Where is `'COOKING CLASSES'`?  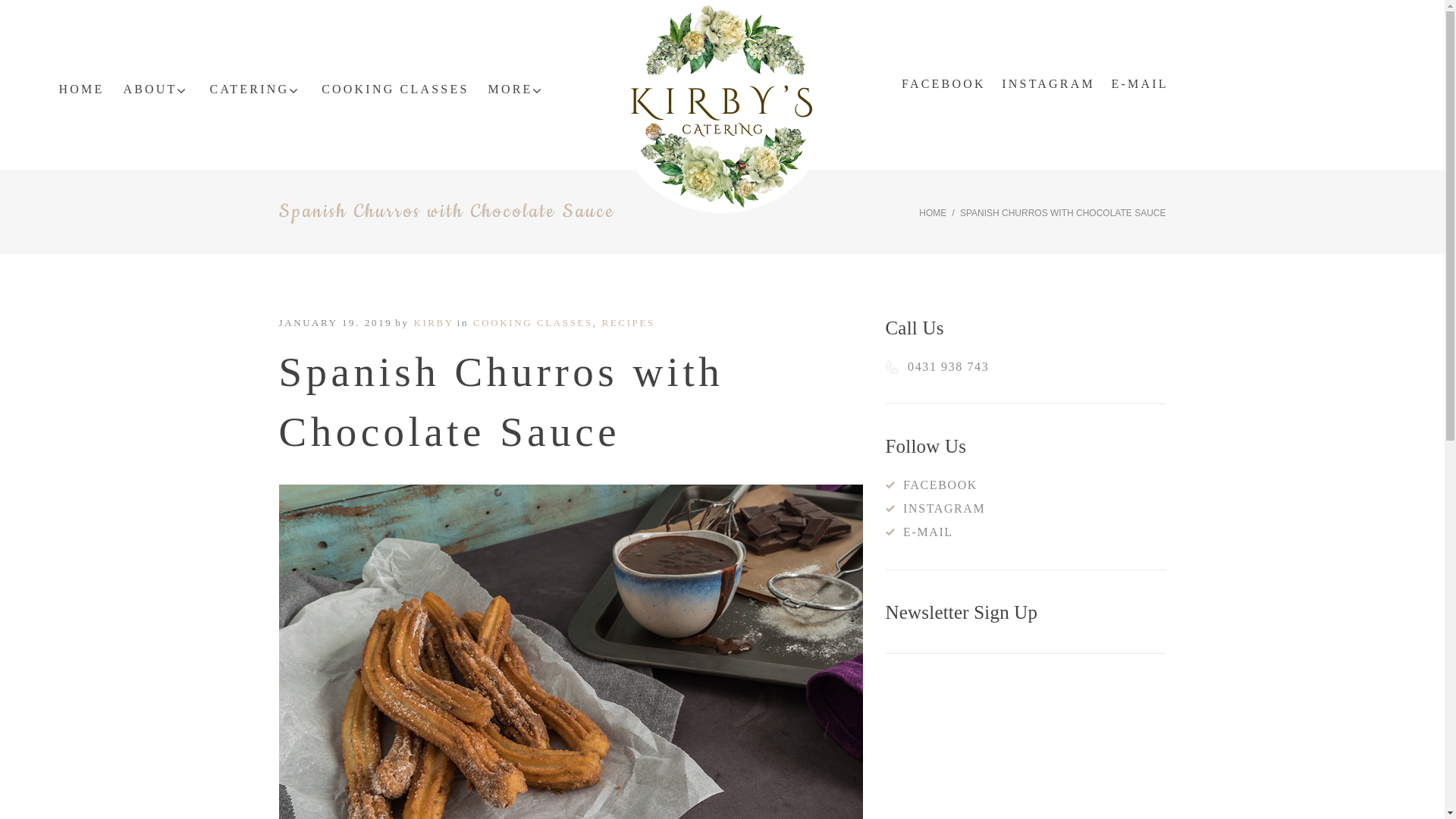
'COOKING CLASSES' is located at coordinates (532, 322).